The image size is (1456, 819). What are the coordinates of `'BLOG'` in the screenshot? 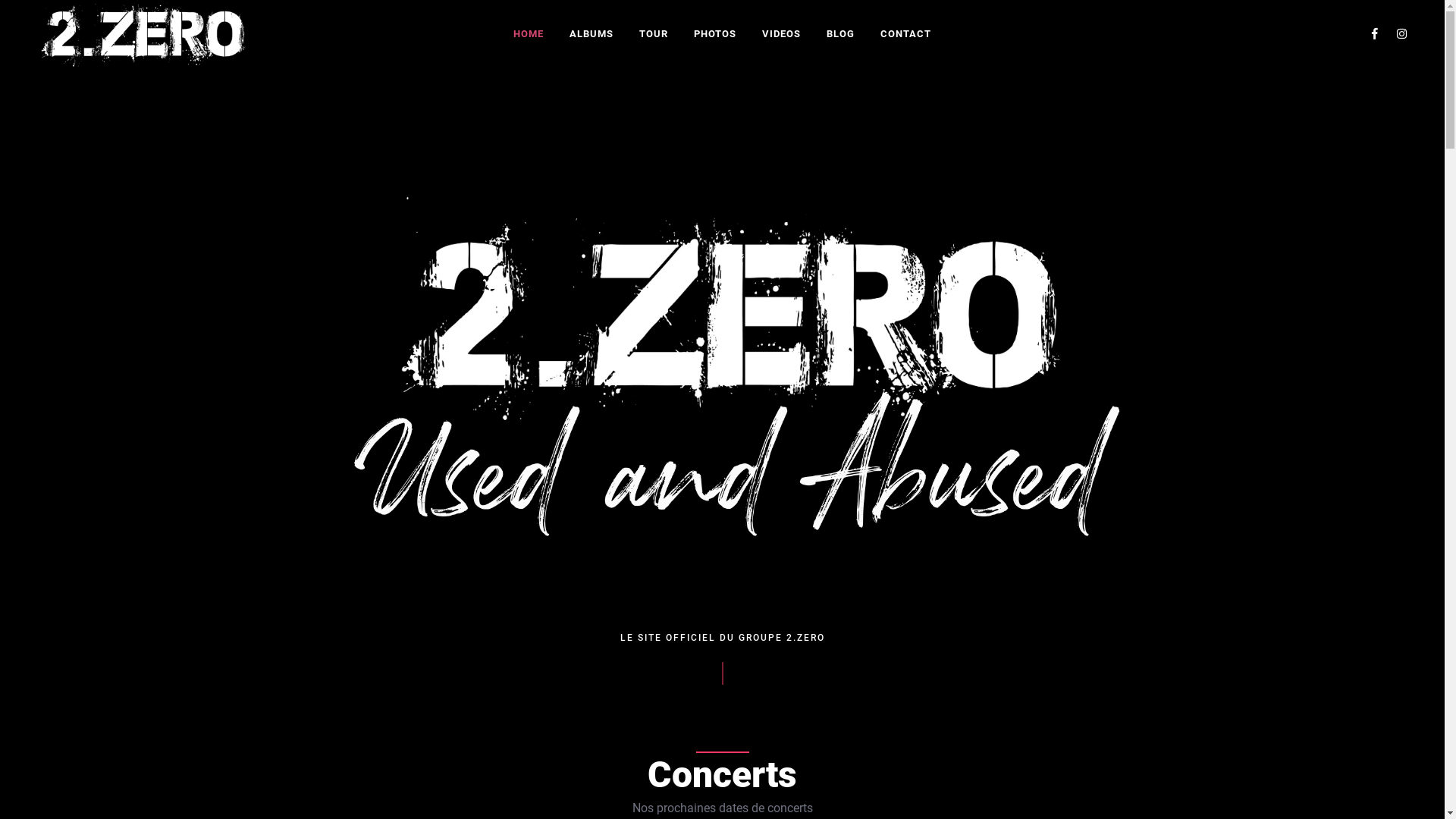 It's located at (839, 33).